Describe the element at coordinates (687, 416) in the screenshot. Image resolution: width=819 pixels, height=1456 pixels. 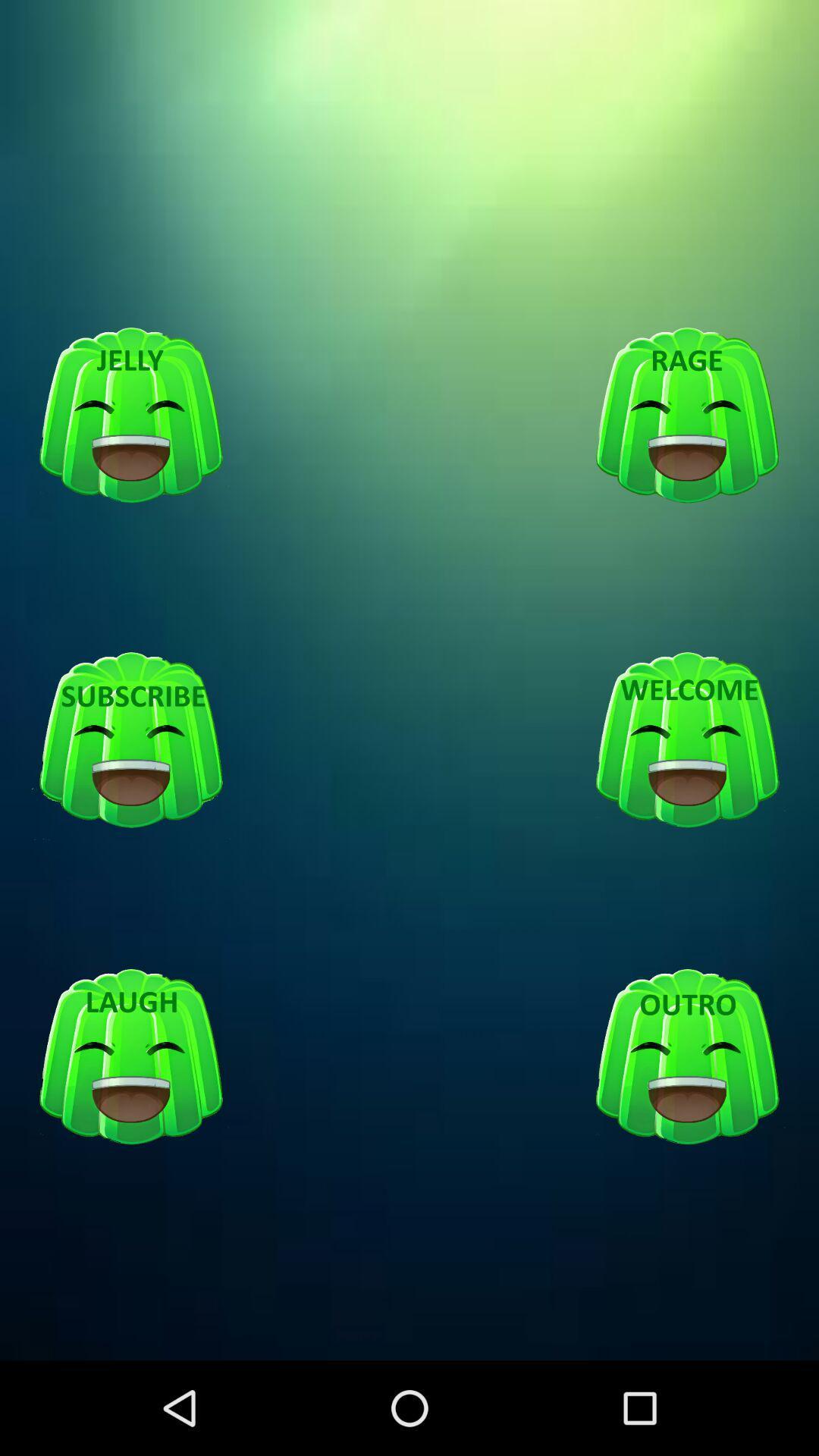
I see `icon at the top right corner` at that location.